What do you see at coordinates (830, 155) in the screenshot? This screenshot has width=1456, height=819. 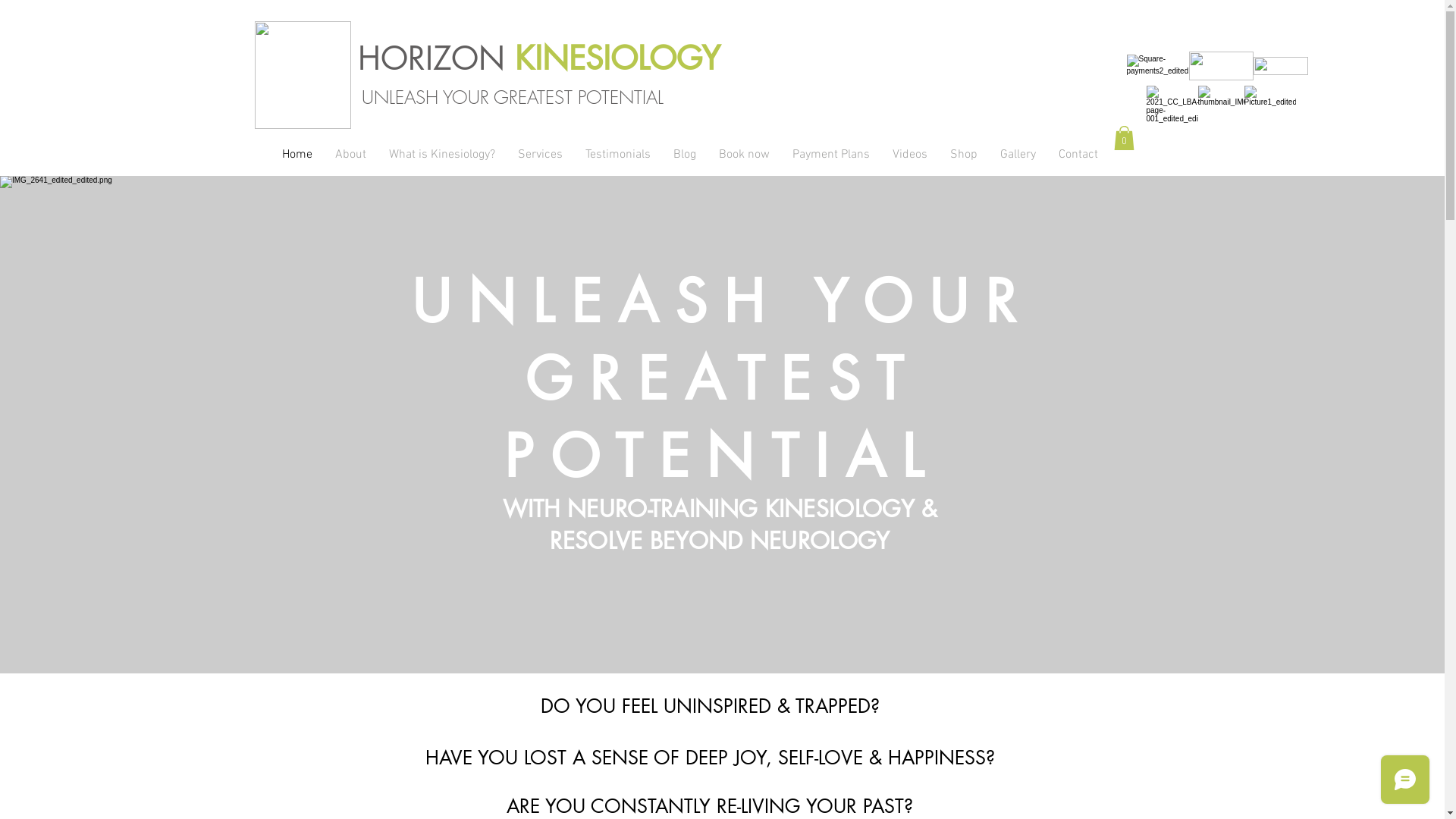 I see `'Payment Plans'` at bounding box center [830, 155].